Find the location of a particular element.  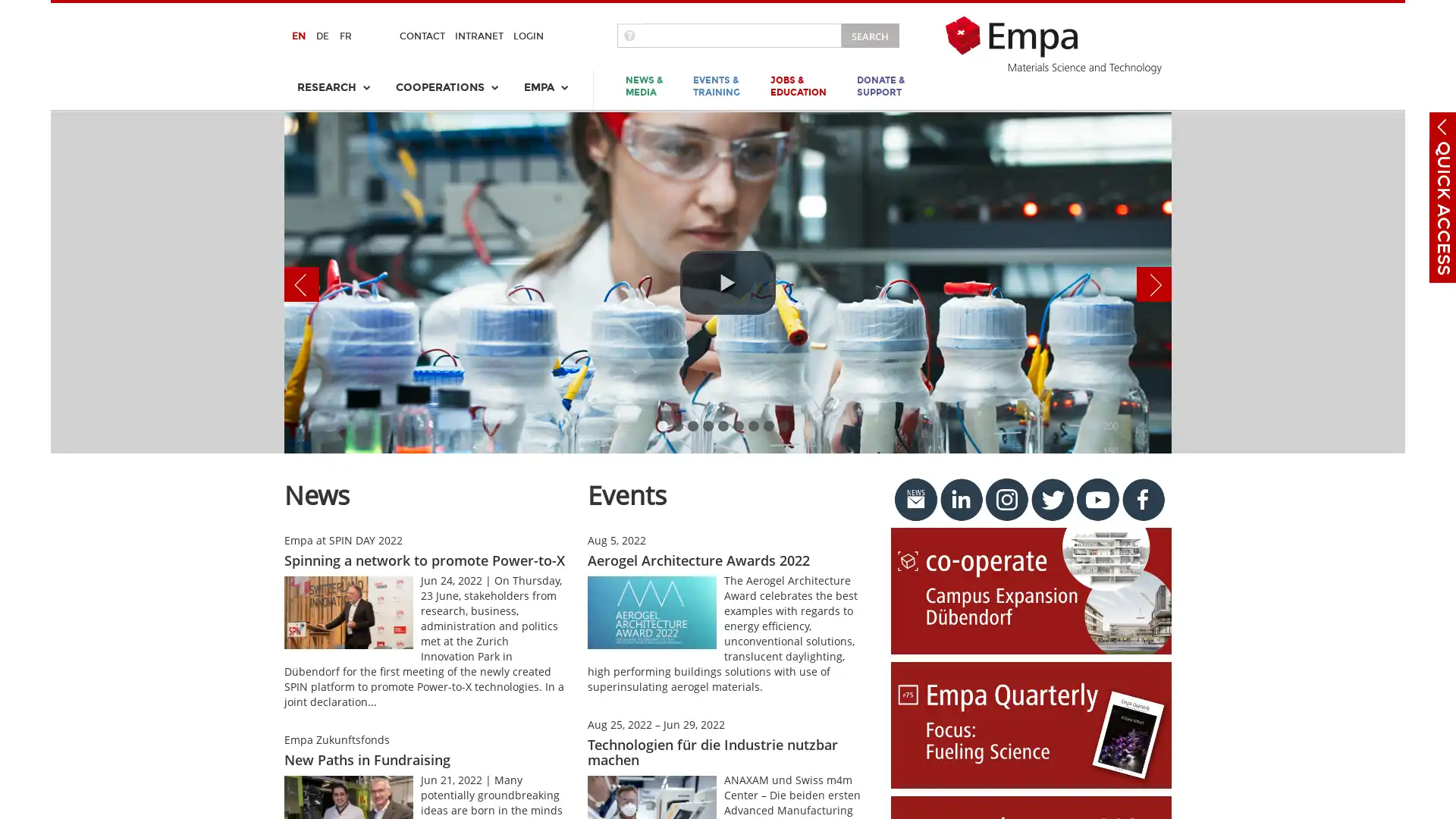

SEARCH is located at coordinates (870, 34).